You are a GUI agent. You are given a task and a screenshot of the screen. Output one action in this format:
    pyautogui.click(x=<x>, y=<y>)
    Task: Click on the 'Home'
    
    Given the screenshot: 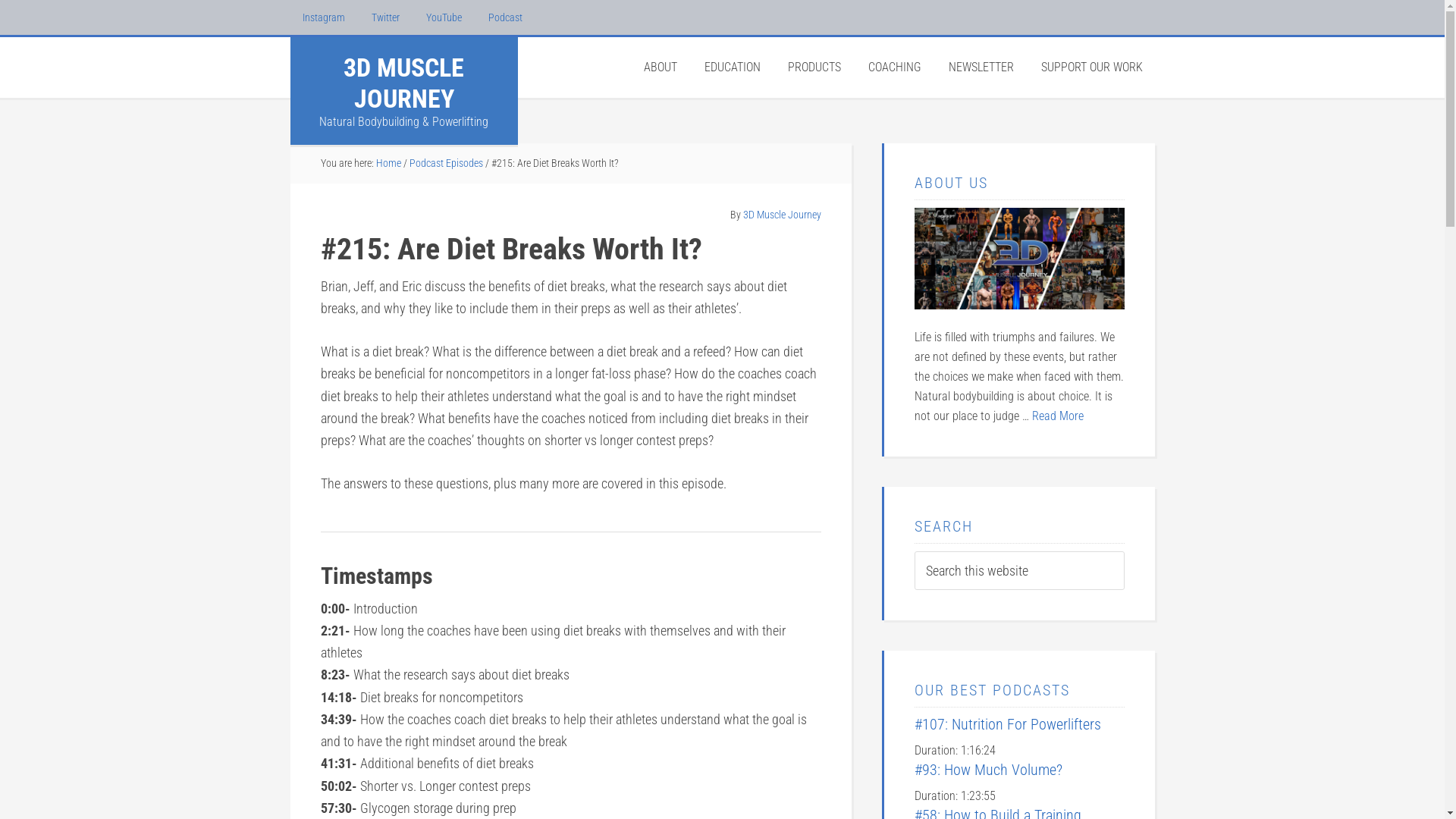 What is the action you would take?
    pyautogui.click(x=388, y=163)
    